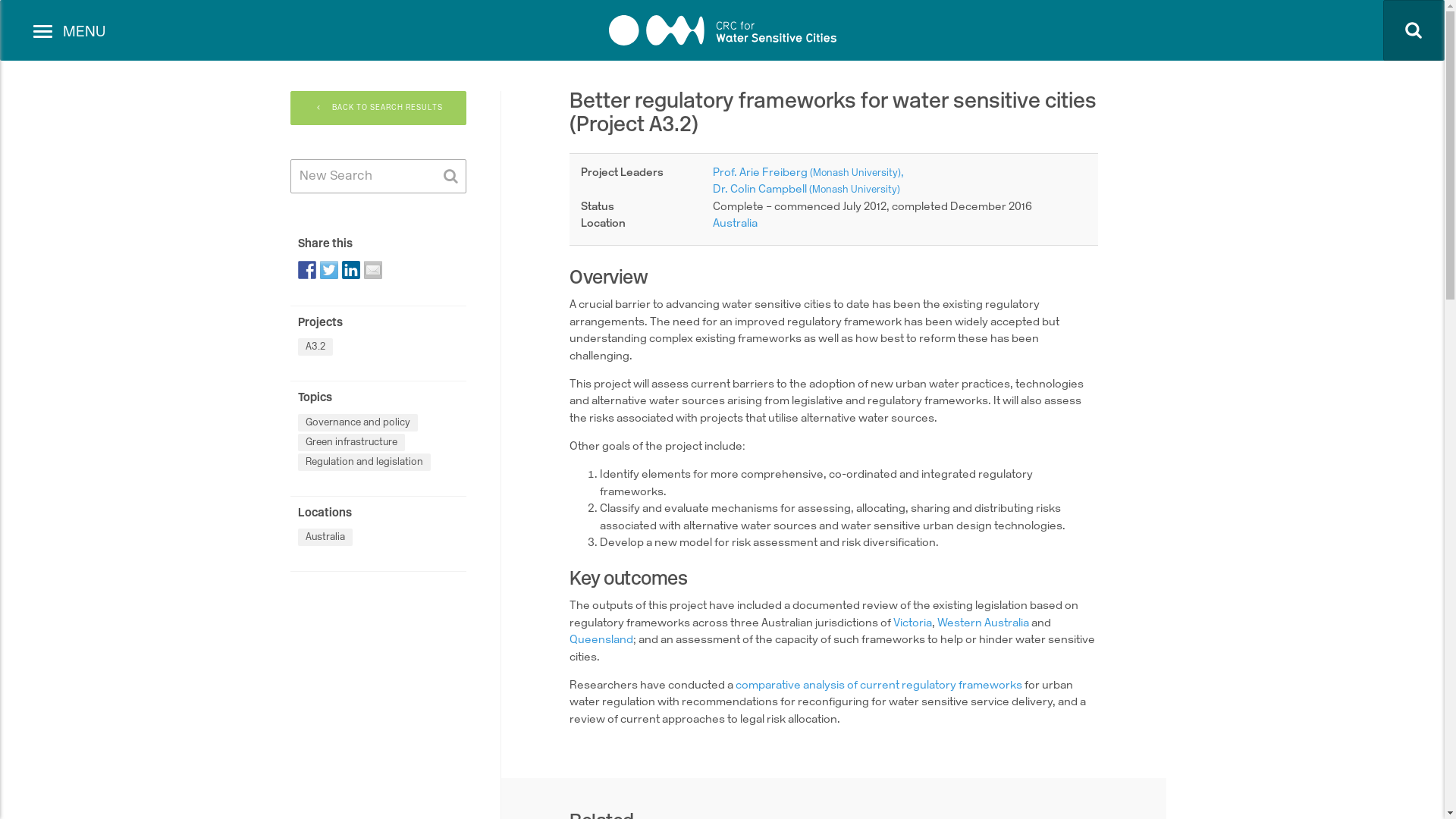  What do you see at coordinates (305, 268) in the screenshot?
I see `'Share on Facebook'` at bounding box center [305, 268].